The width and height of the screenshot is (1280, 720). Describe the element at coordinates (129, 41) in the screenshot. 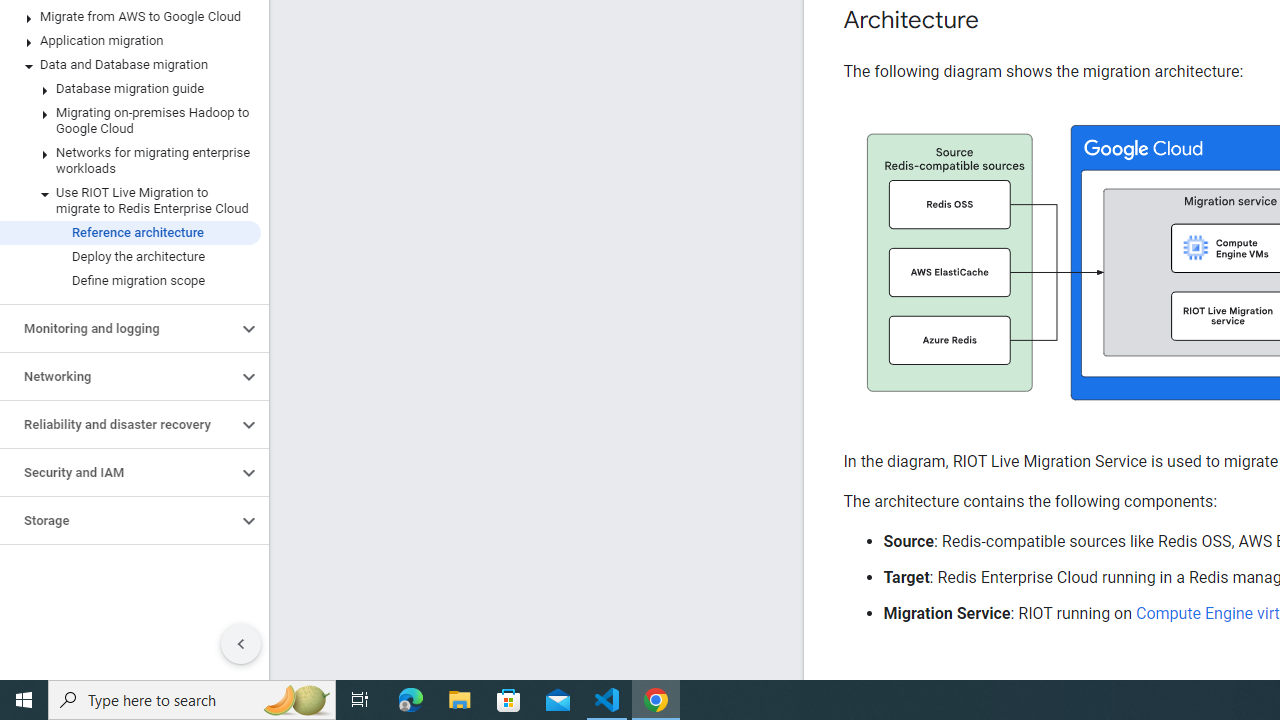

I see `'Application migration'` at that location.